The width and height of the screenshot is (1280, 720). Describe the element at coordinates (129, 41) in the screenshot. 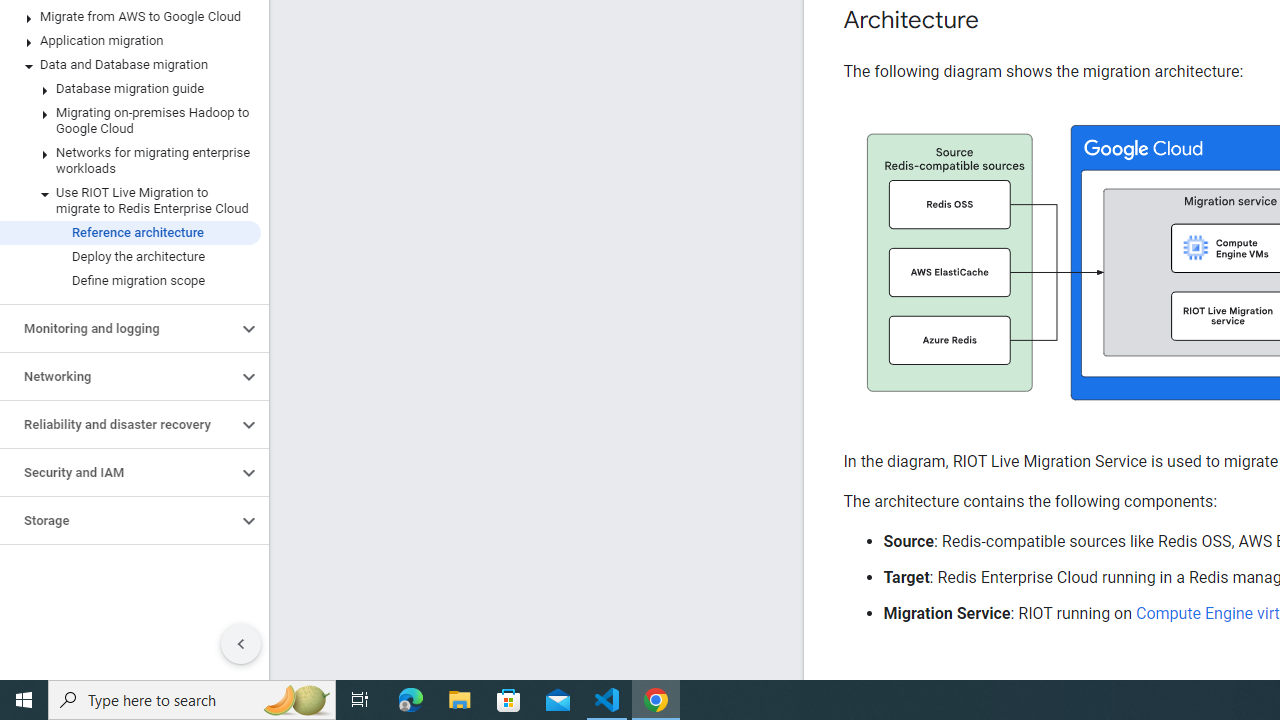

I see `'Application migration'` at that location.